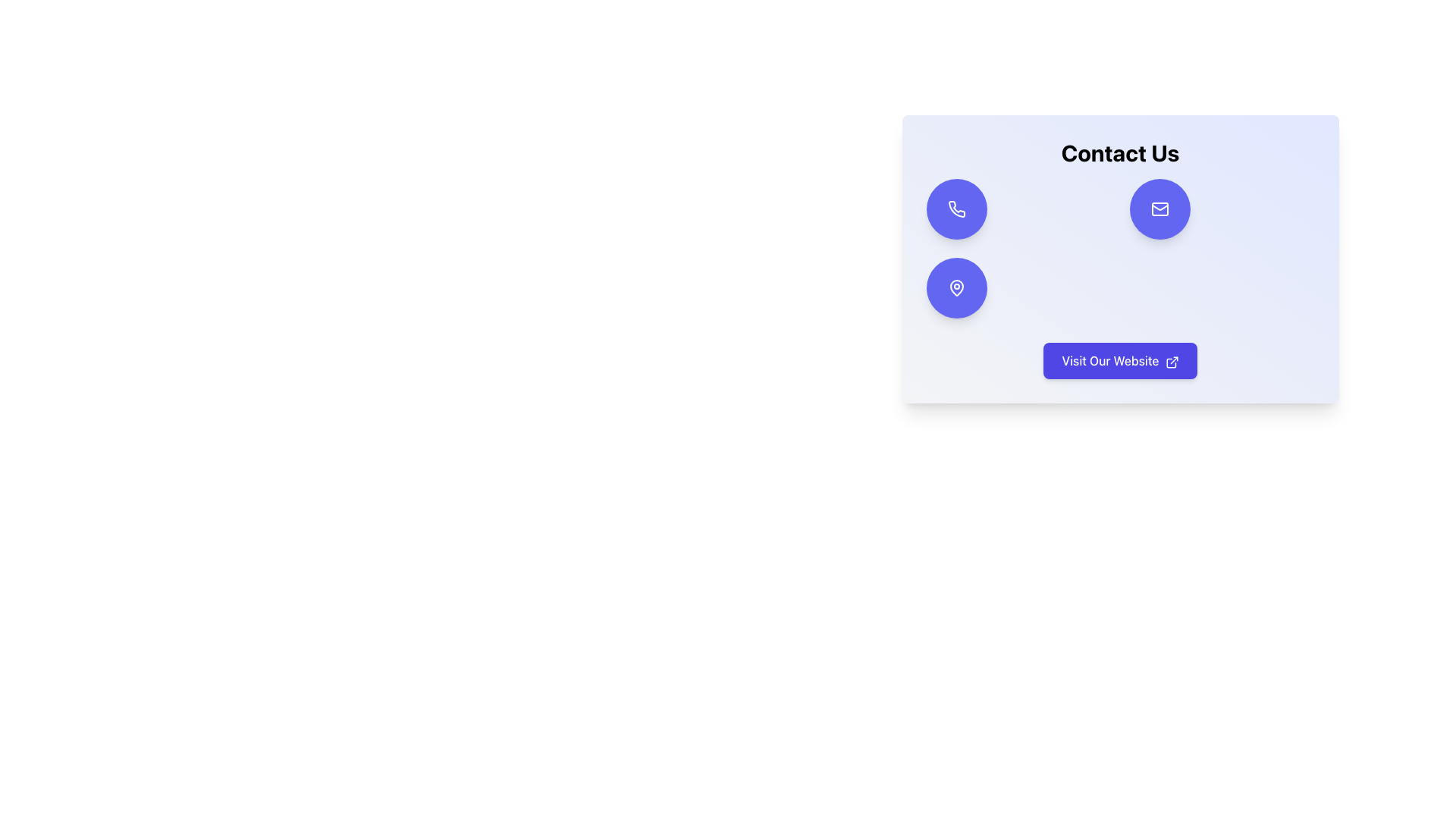 The image size is (1456, 819). What do you see at coordinates (955, 209) in the screenshot?
I see `the topmost phone-related icon in the 'Contact Us' section` at bounding box center [955, 209].